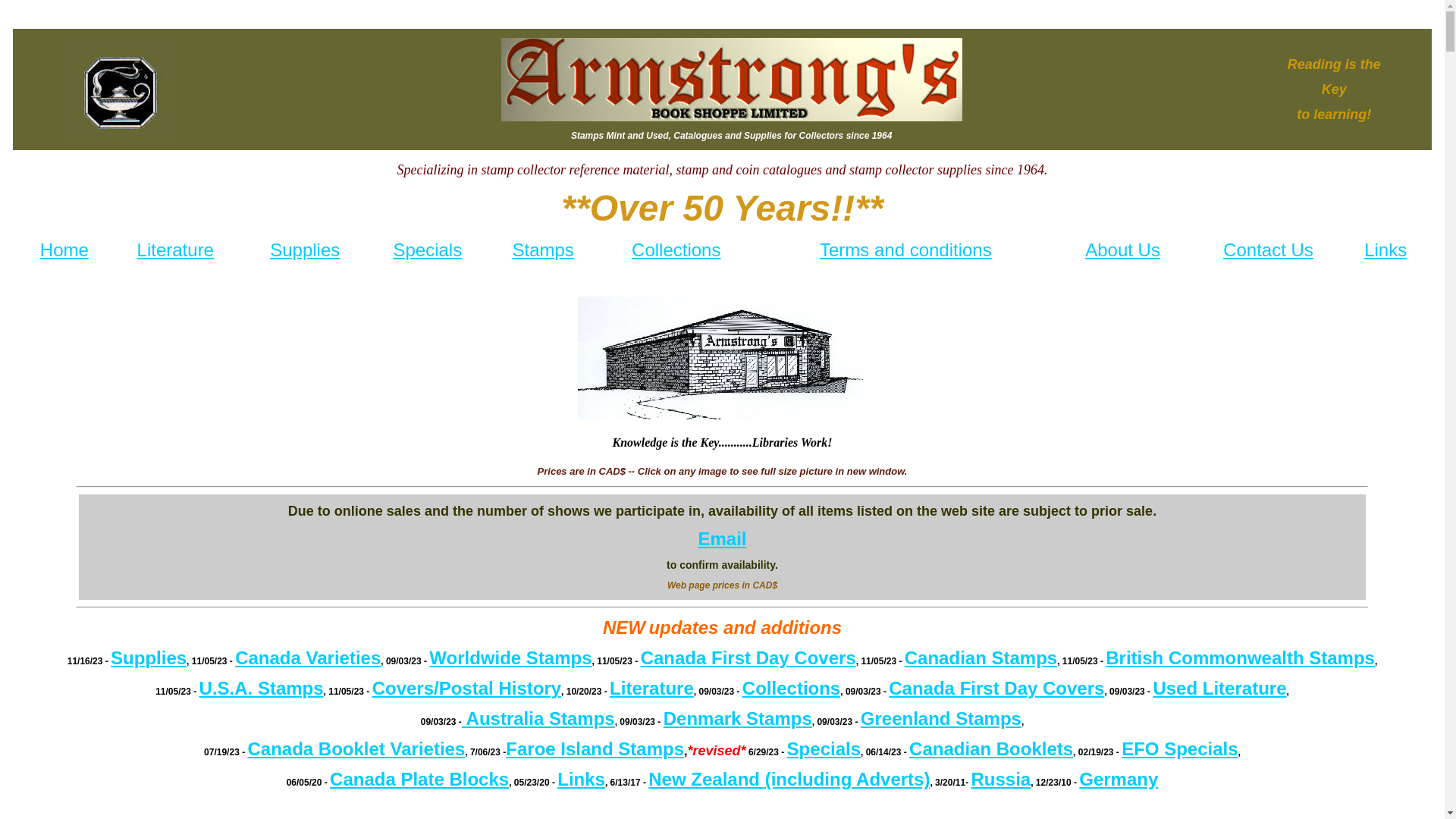 This screenshot has width=1456, height=819. I want to click on 'Terms and conditions', so click(905, 249).